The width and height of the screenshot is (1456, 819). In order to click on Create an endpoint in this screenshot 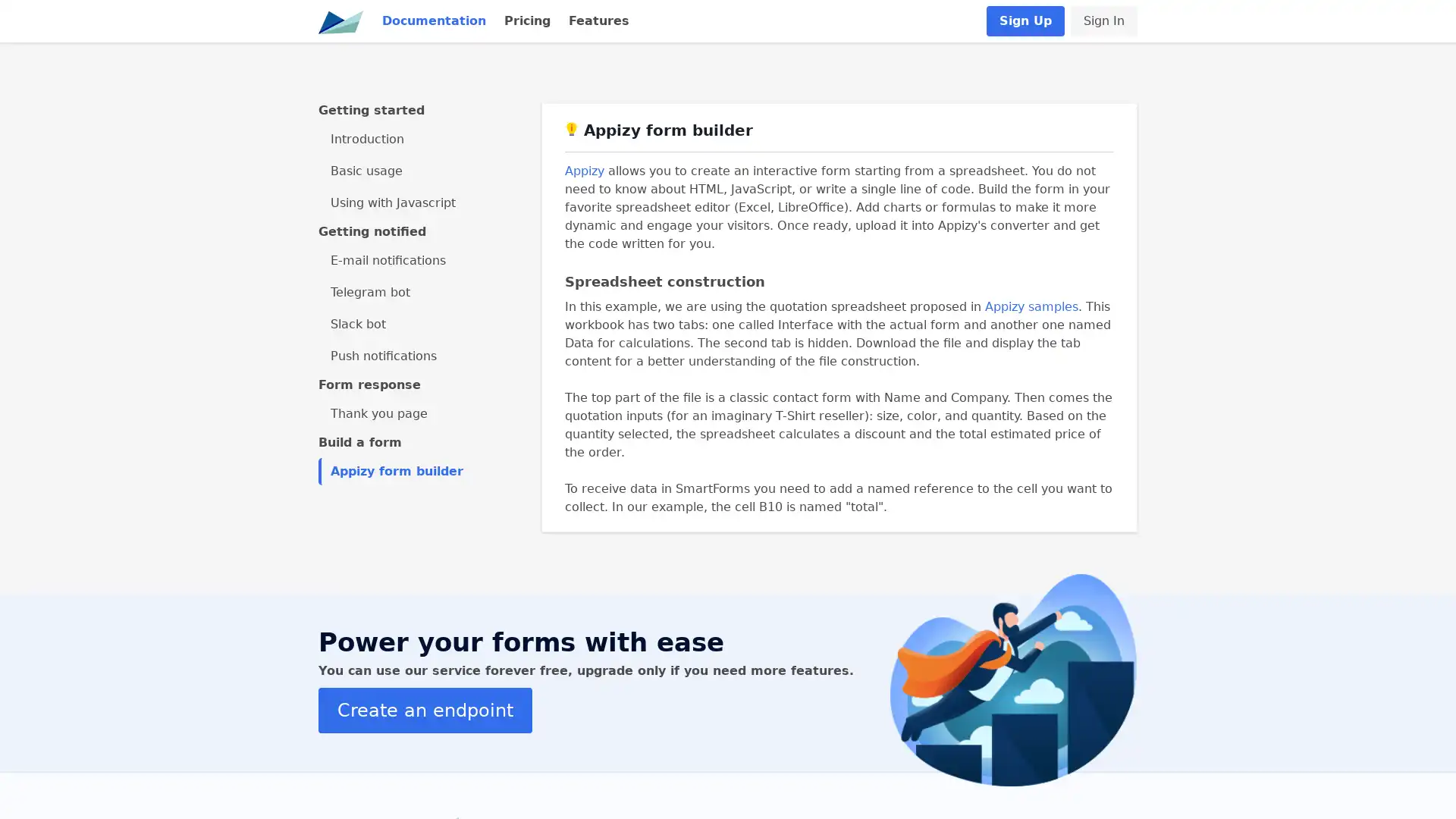, I will do `click(425, 710)`.